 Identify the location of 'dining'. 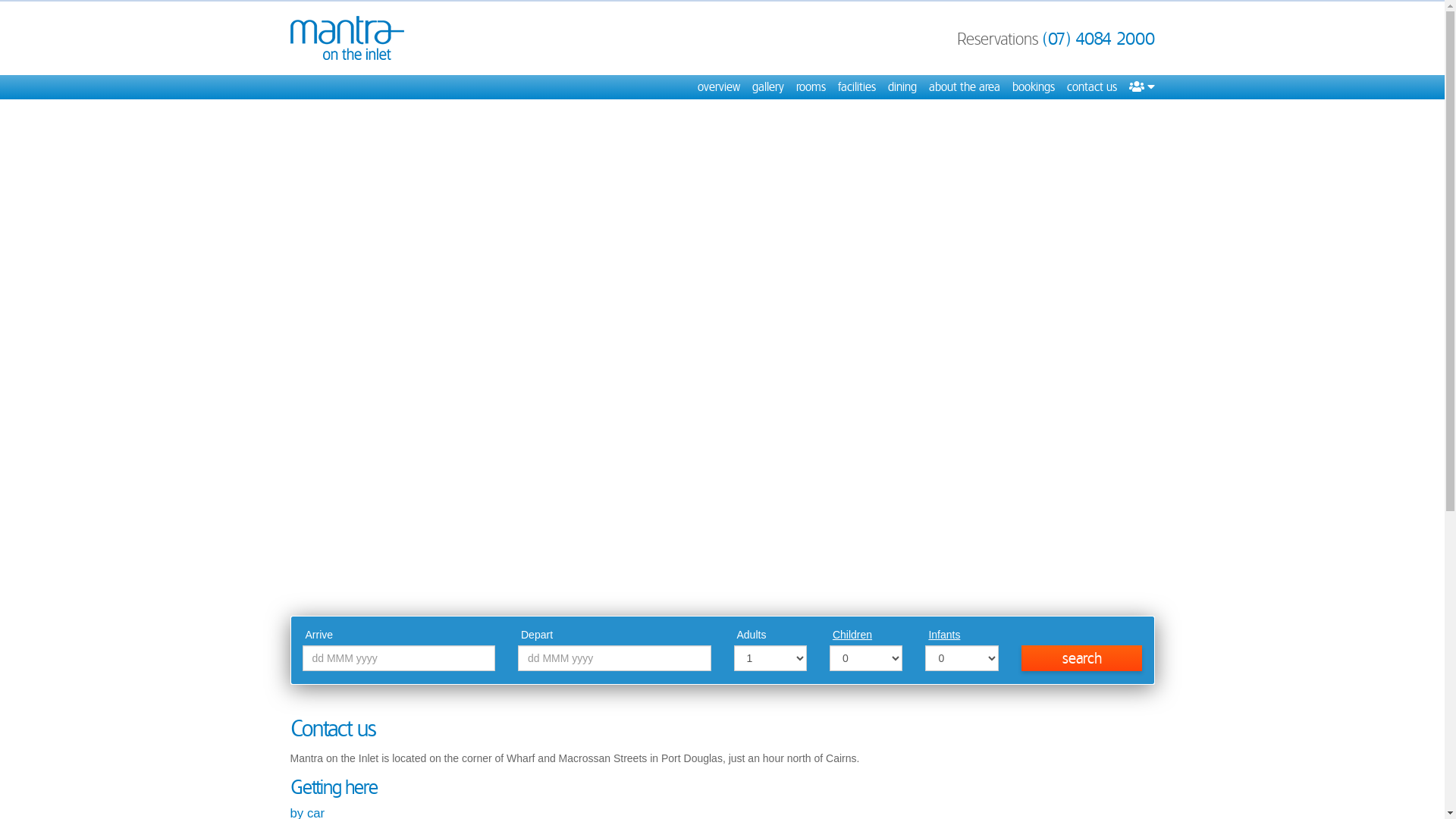
(902, 87).